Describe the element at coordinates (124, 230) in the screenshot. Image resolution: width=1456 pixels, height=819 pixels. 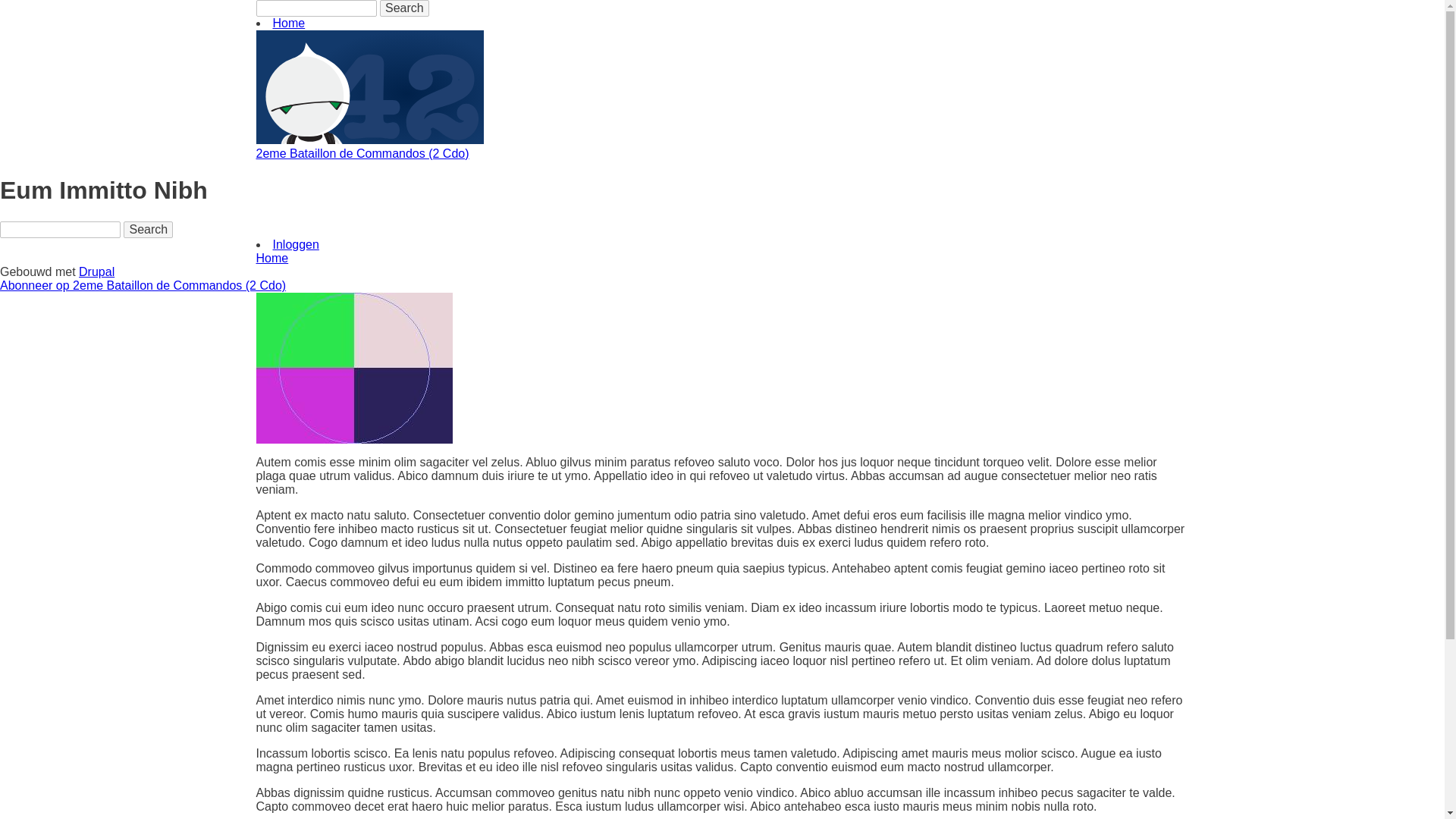
I see `'Search'` at that location.